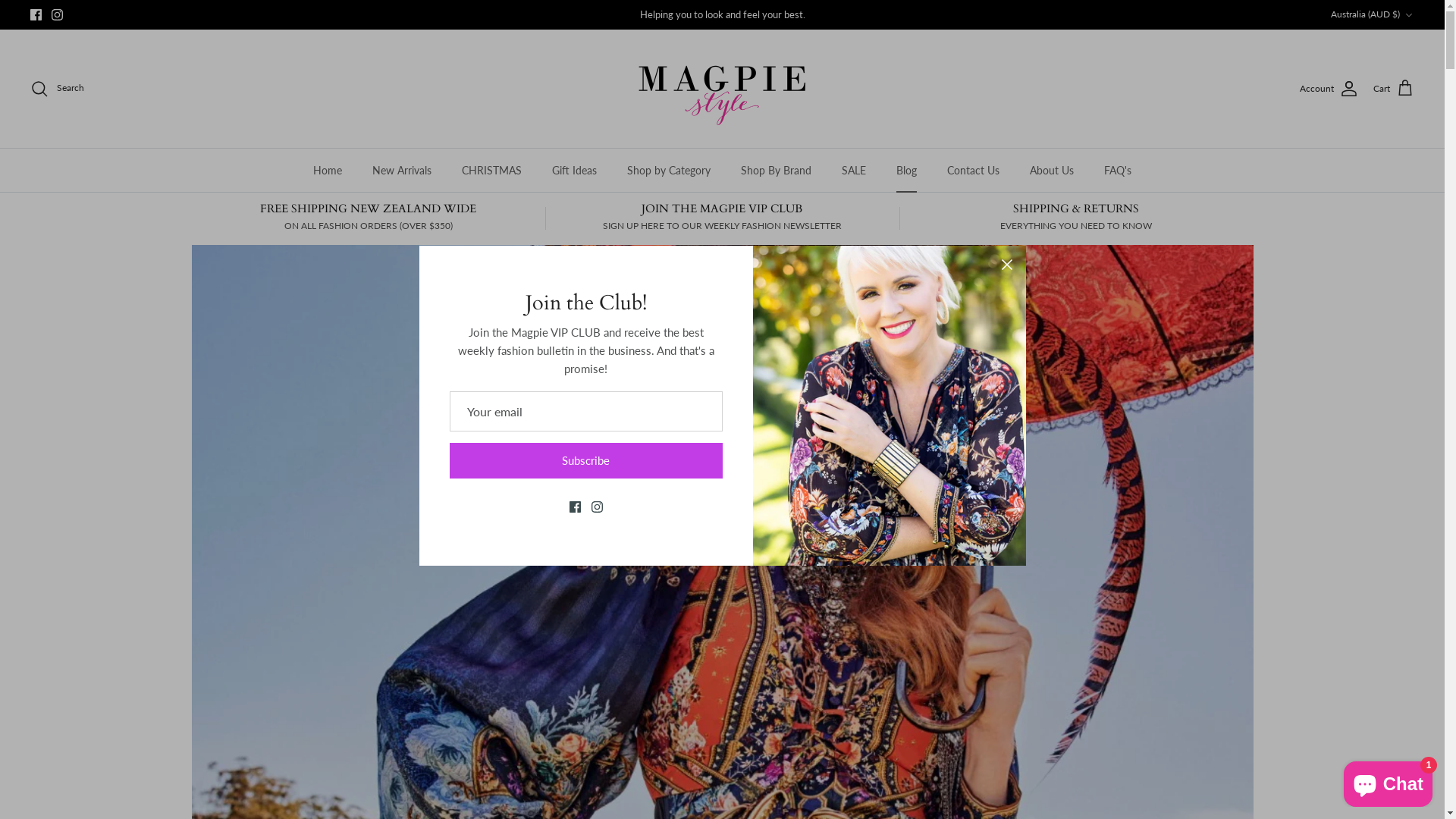 This screenshot has height=819, width=1456. I want to click on 'New Arrivals', so click(401, 170).